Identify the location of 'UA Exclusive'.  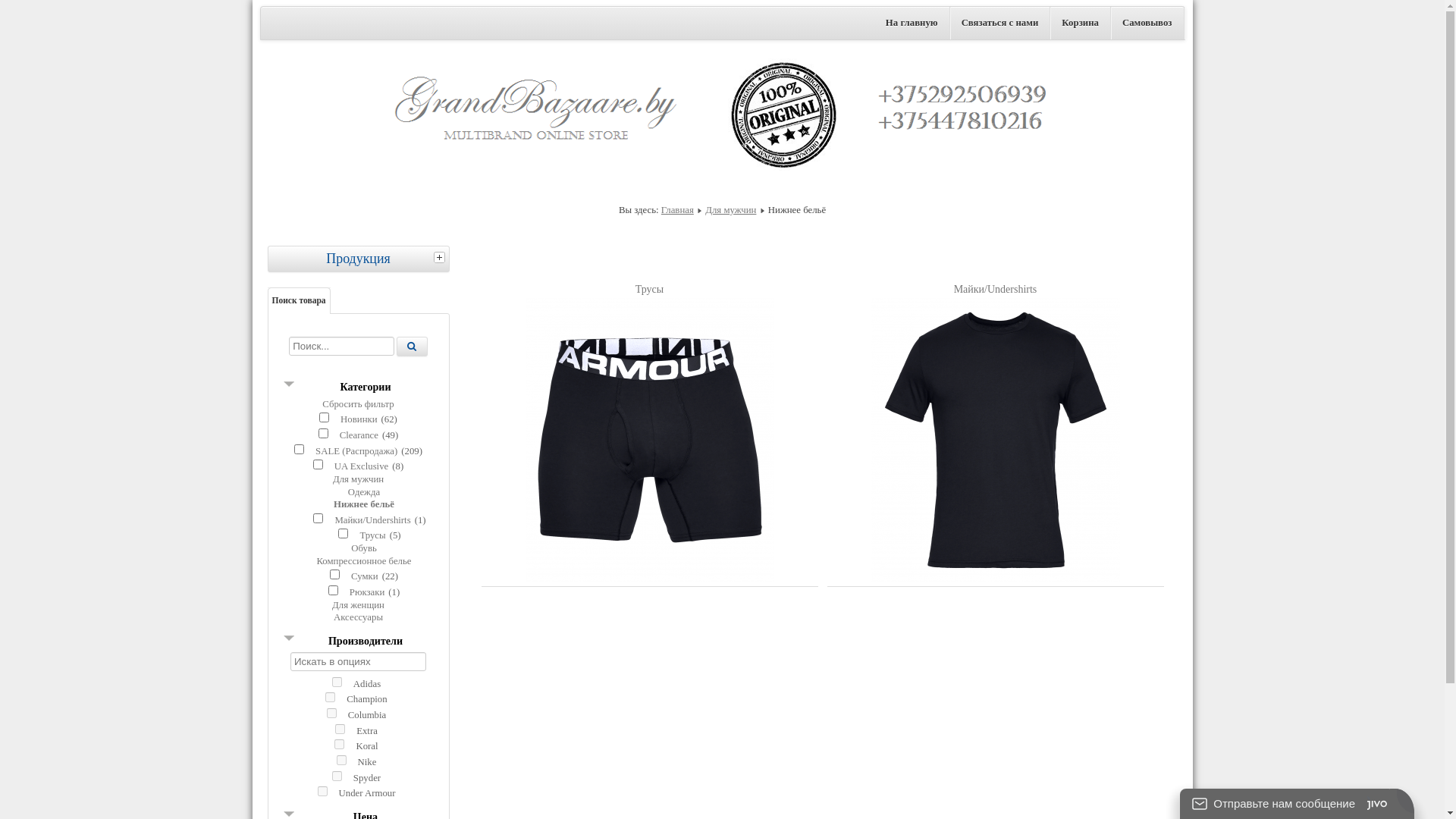
(360, 465).